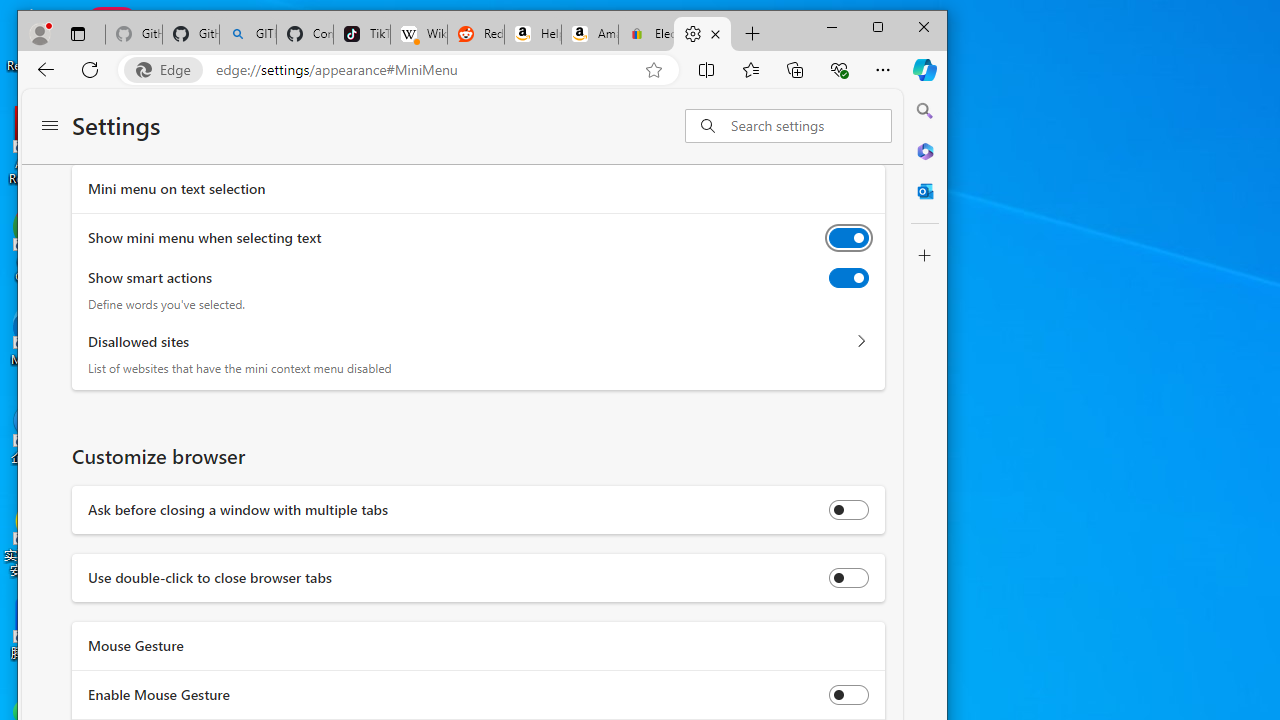  Describe the element at coordinates (247, 34) in the screenshot. I see `'GITHUB - Search'` at that location.